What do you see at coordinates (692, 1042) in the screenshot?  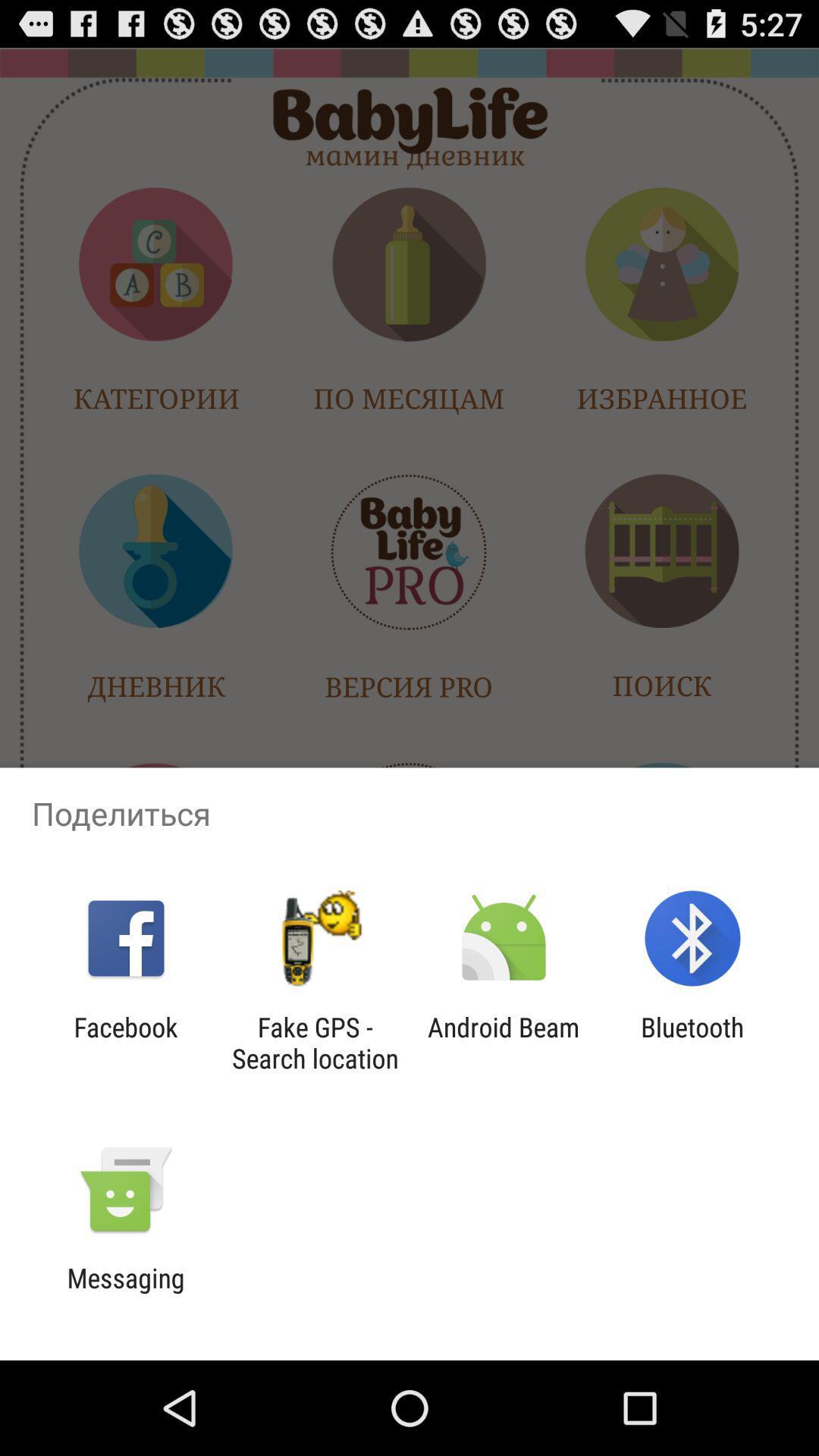 I see `the item at the bottom right corner` at bounding box center [692, 1042].